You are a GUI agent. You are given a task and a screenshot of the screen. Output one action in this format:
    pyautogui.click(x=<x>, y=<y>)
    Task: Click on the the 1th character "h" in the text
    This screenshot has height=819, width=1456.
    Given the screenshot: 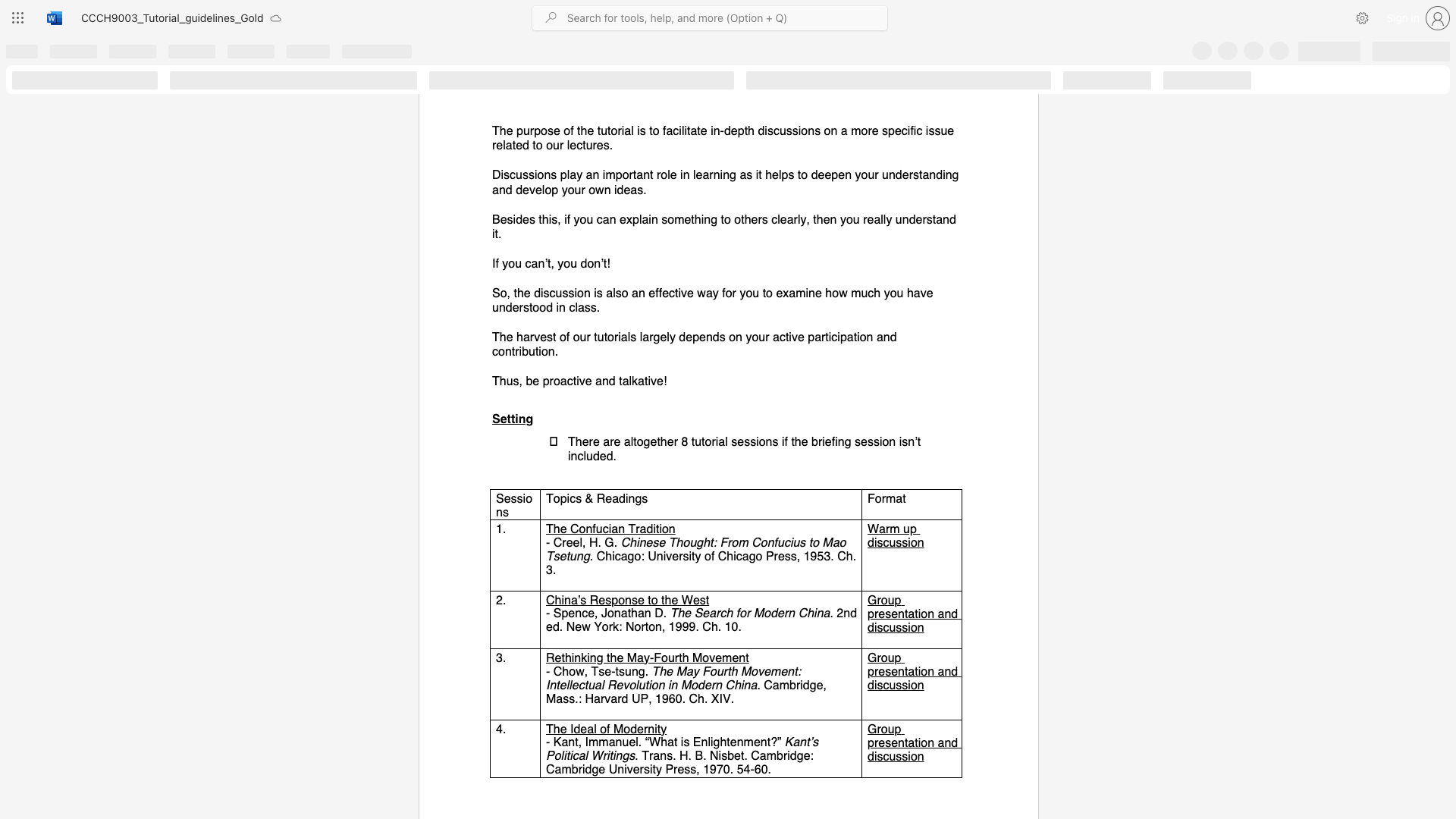 What is the action you would take?
    pyautogui.click(x=564, y=670)
    